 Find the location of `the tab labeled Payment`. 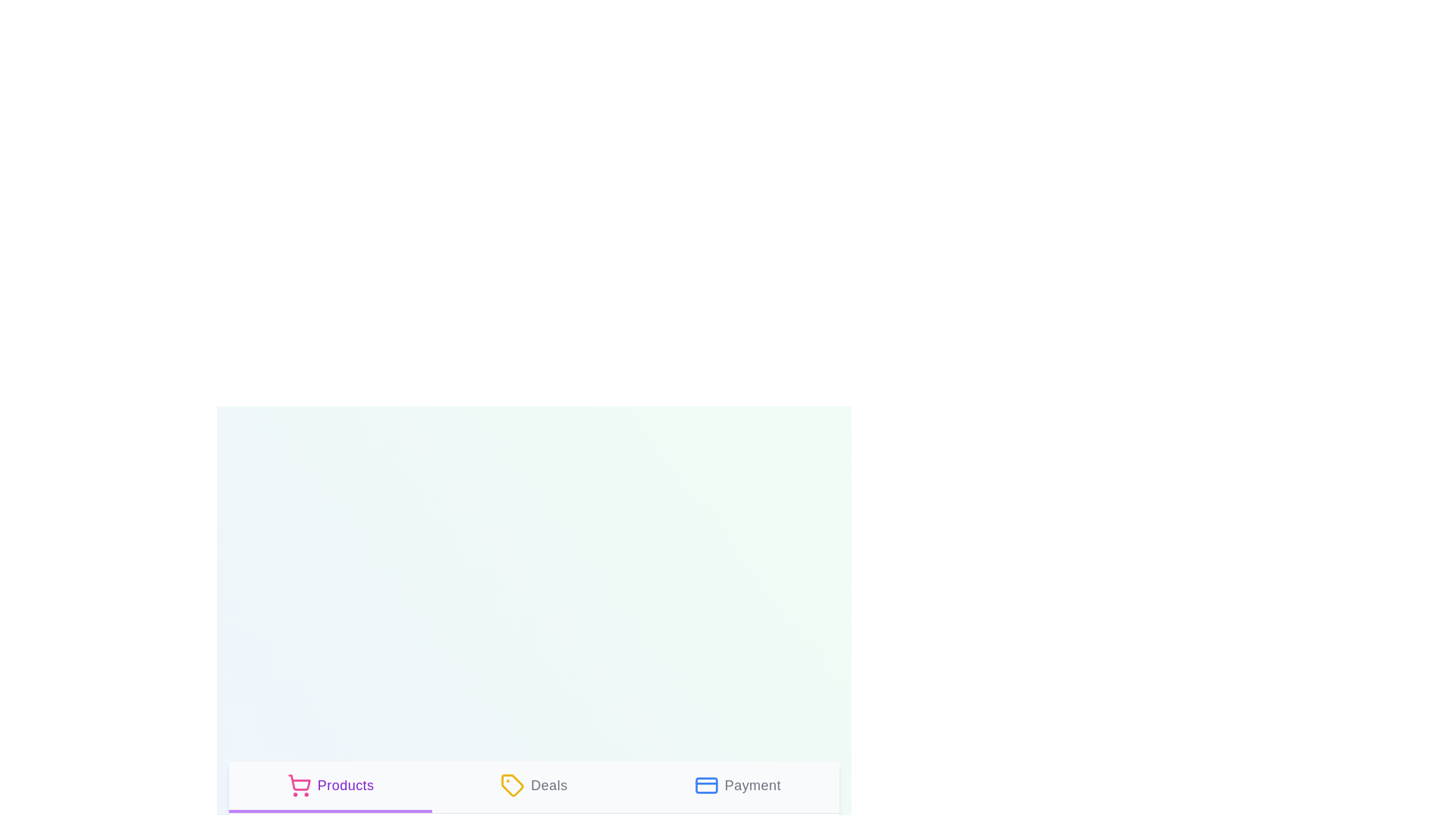

the tab labeled Payment is located at coordinates (737, 786).